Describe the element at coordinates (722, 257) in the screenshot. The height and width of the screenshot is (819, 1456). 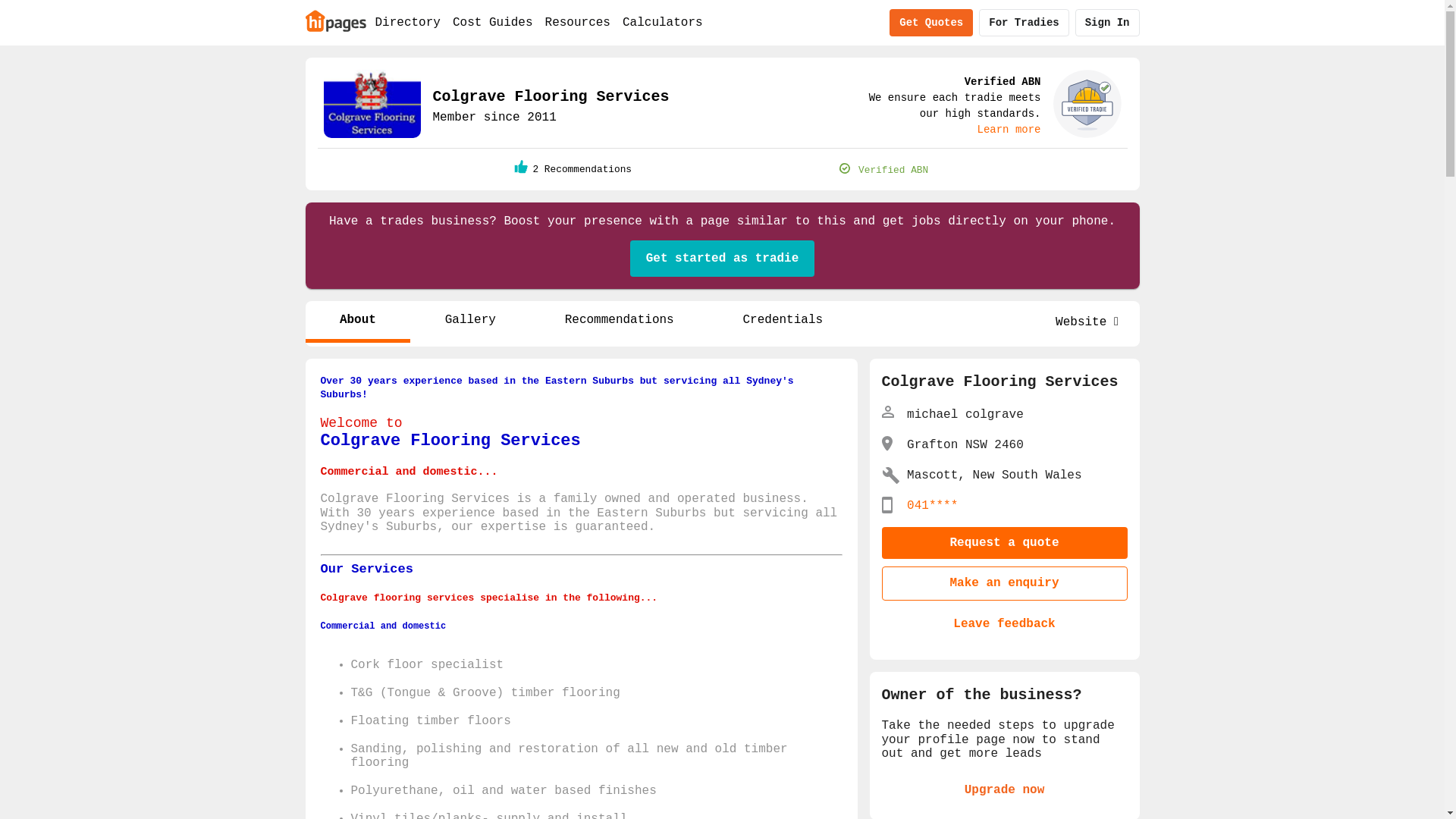
I see `'Get started as tradie'` at that location.